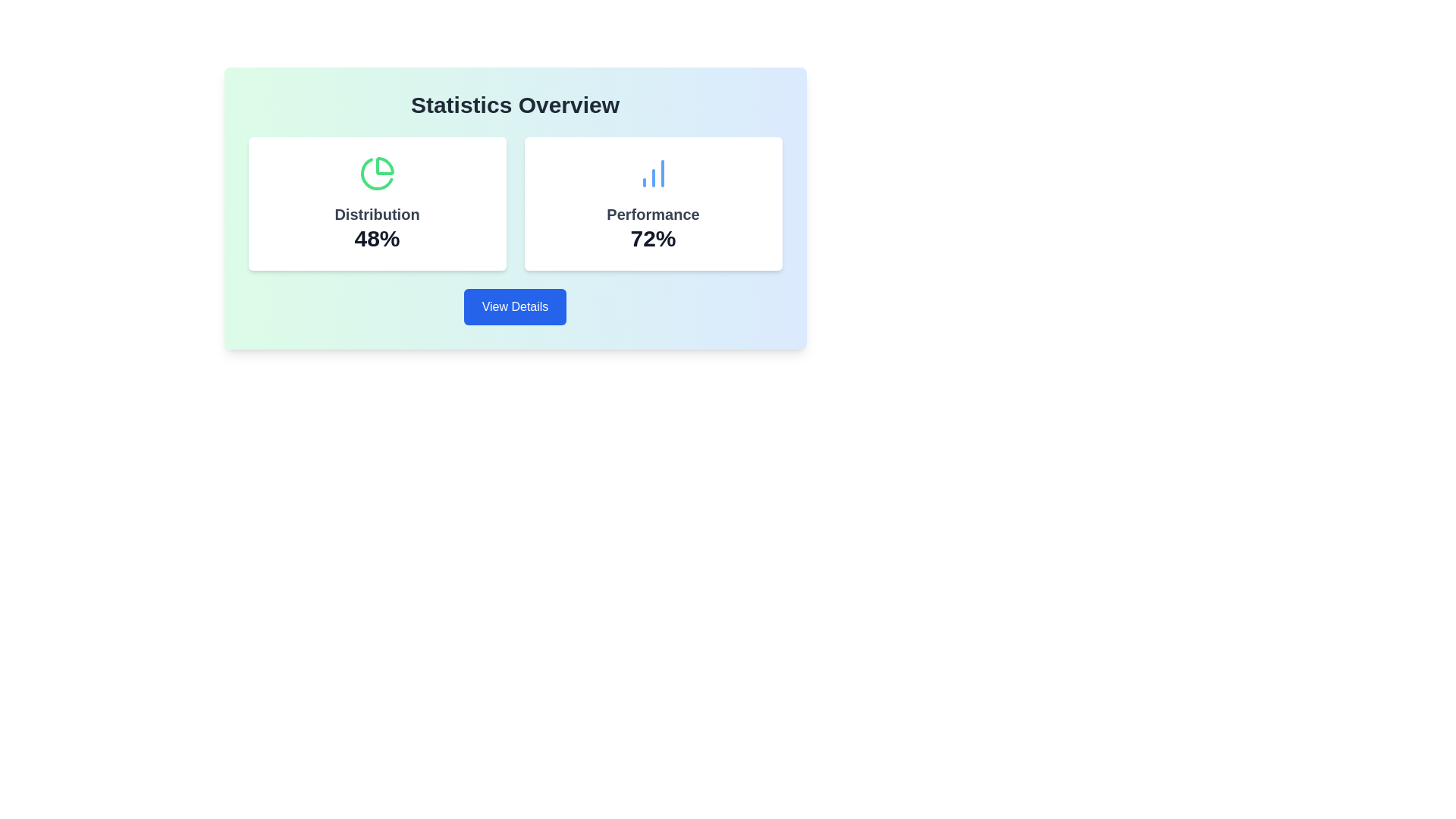 This screenshot has width=1456, height=819. Describe the element at coordinates (377, 172) in the screenshot. I see `the green pie chart icon located at the top center of the left card titled 'Distribution' with subtitle '48%'` at that location.